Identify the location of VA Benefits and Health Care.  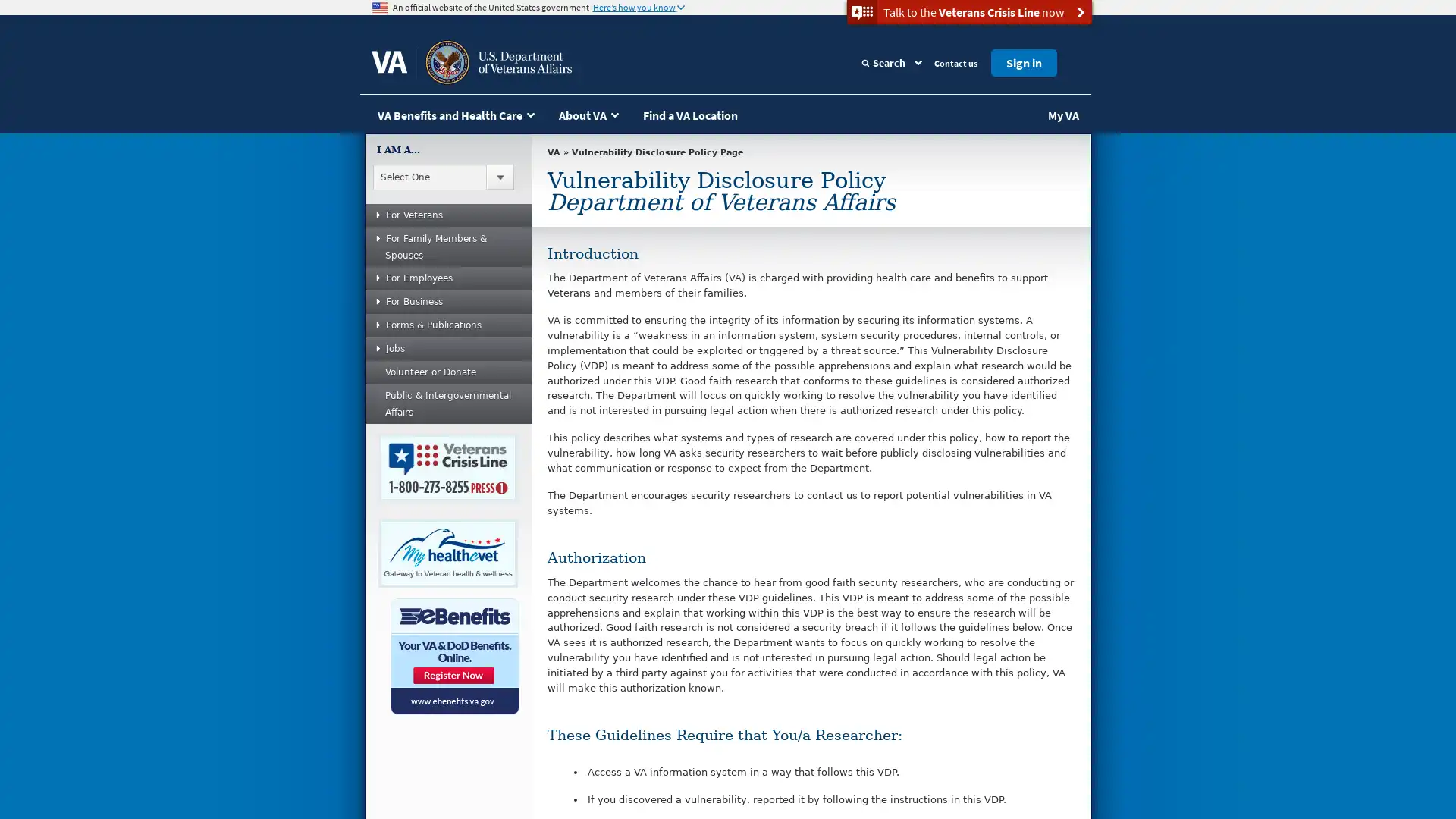
(454, 112).